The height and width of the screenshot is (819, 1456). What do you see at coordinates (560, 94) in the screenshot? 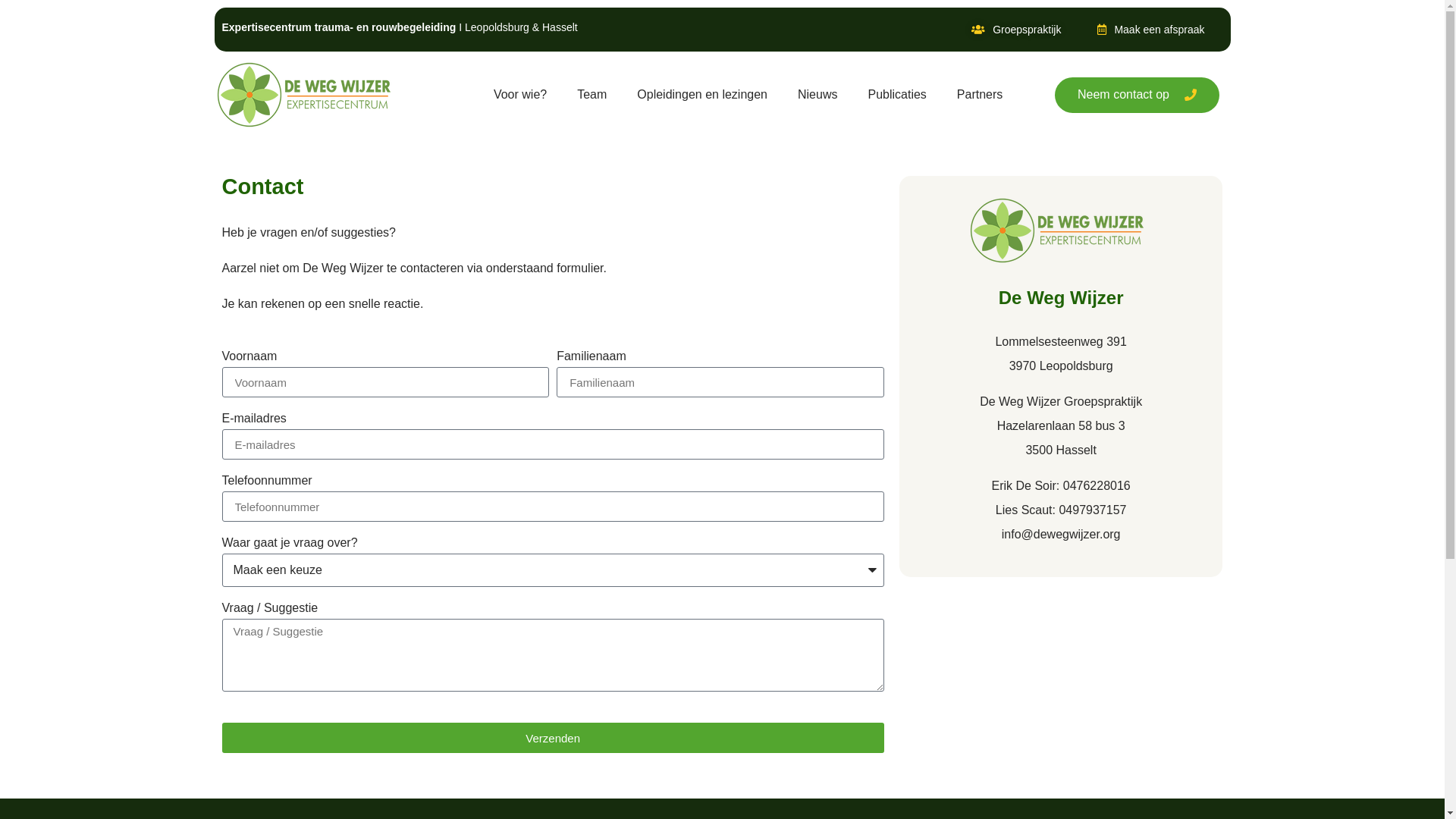
I see `'Team'` at bounding box center [560, 94].